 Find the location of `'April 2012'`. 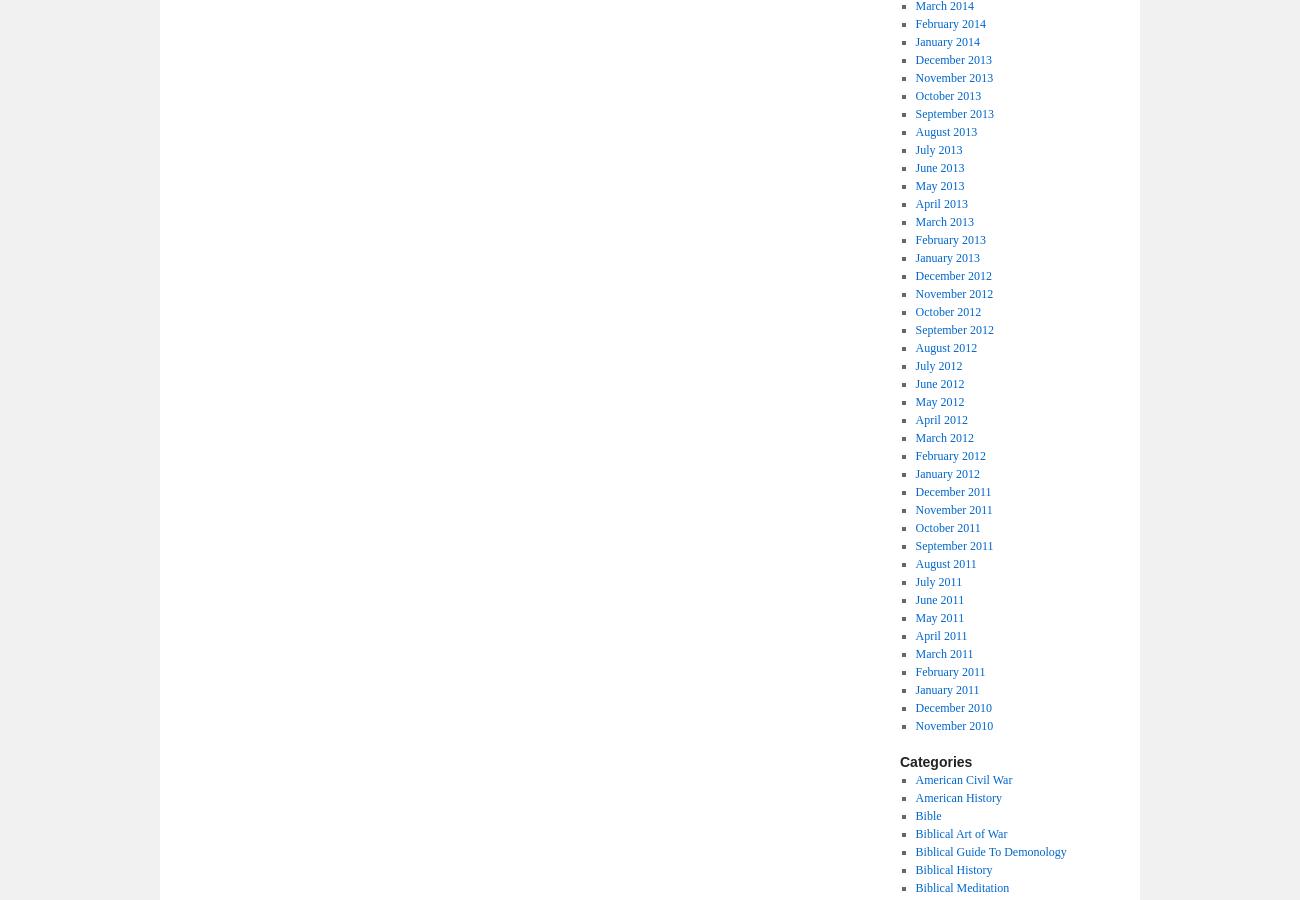

'April 2012' is located at coordinates (913, 420).